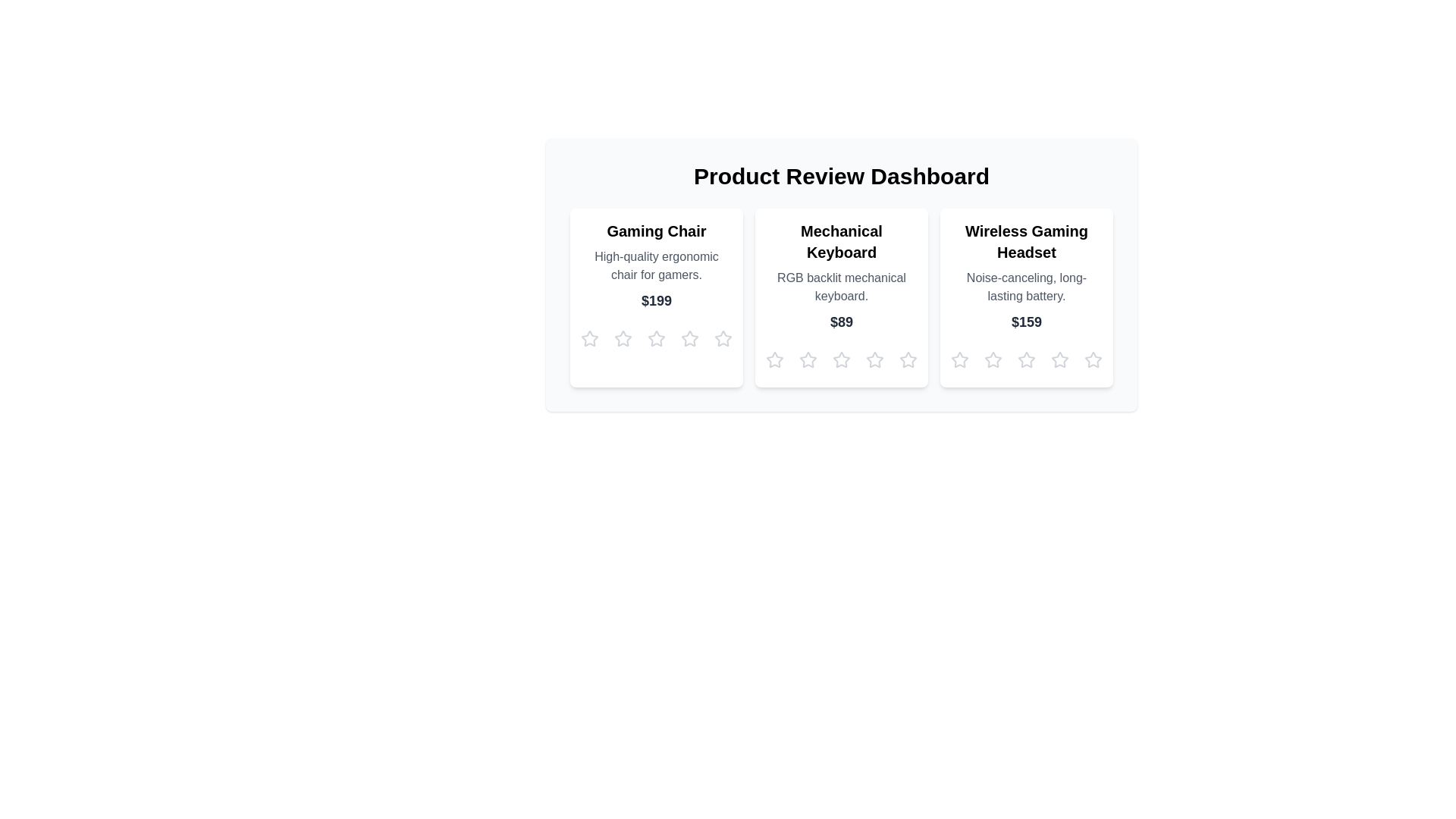 Image resolution: width=1456 pixels, height=819 pixels. I want to click on the star corresponding to 3 for the product Gaming Chair, so click(656, 338).